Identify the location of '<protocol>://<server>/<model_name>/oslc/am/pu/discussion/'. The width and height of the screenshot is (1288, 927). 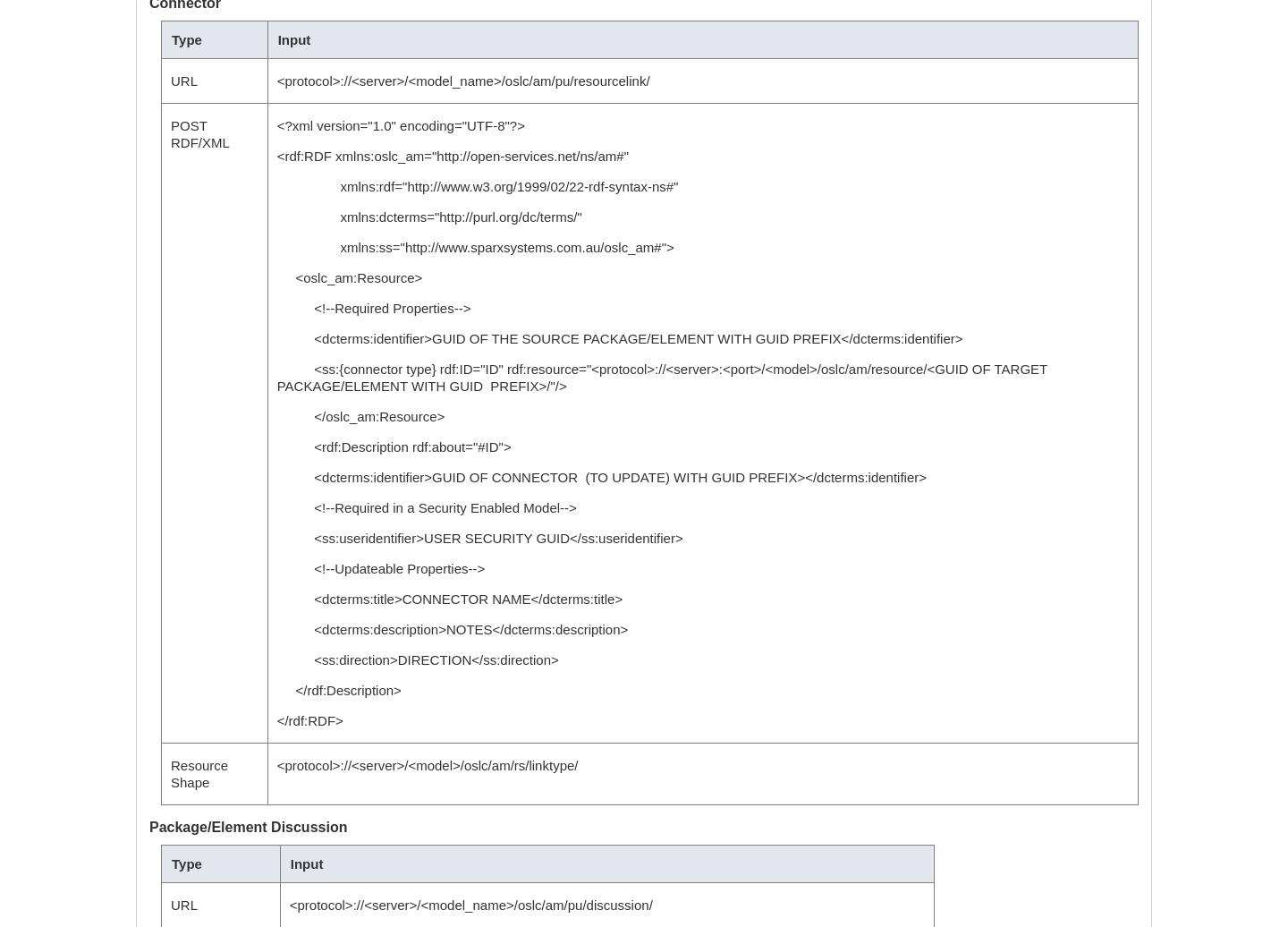
(288, 905).